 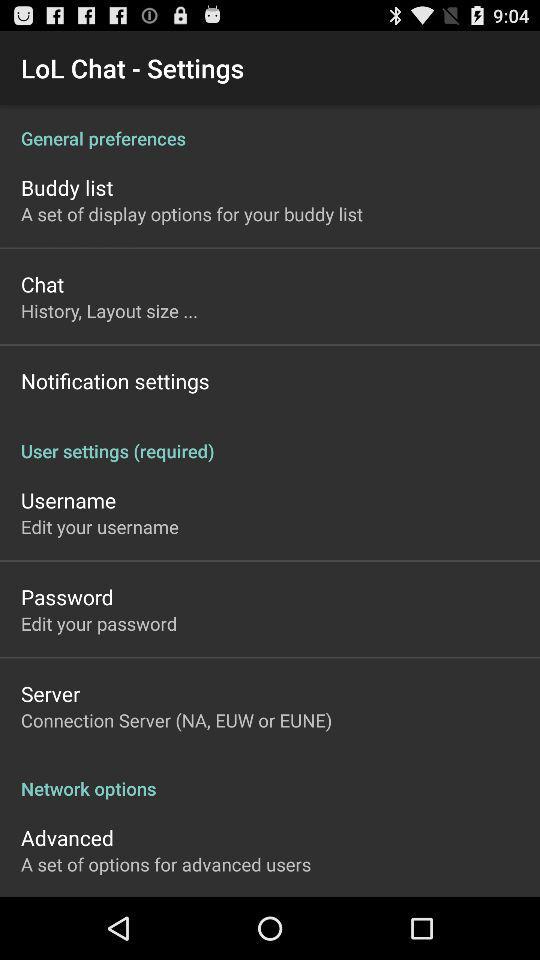 What do you see at coordinates (109, 310) in the screenshot?
I see `the history, layout size ...` at bounding box center [109, 310].